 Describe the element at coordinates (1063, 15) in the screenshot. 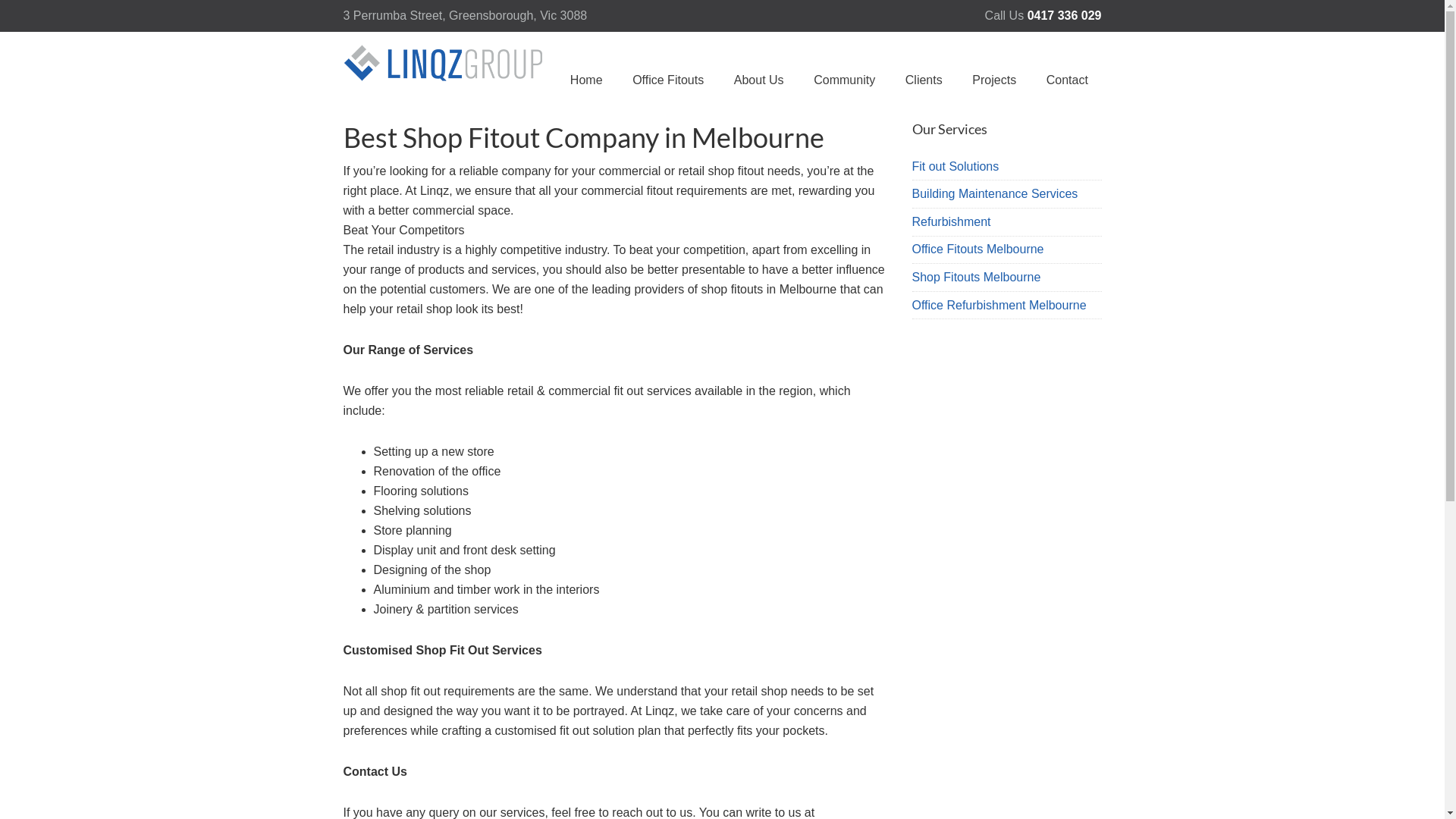

I see `'0417 336 029'` at that location.